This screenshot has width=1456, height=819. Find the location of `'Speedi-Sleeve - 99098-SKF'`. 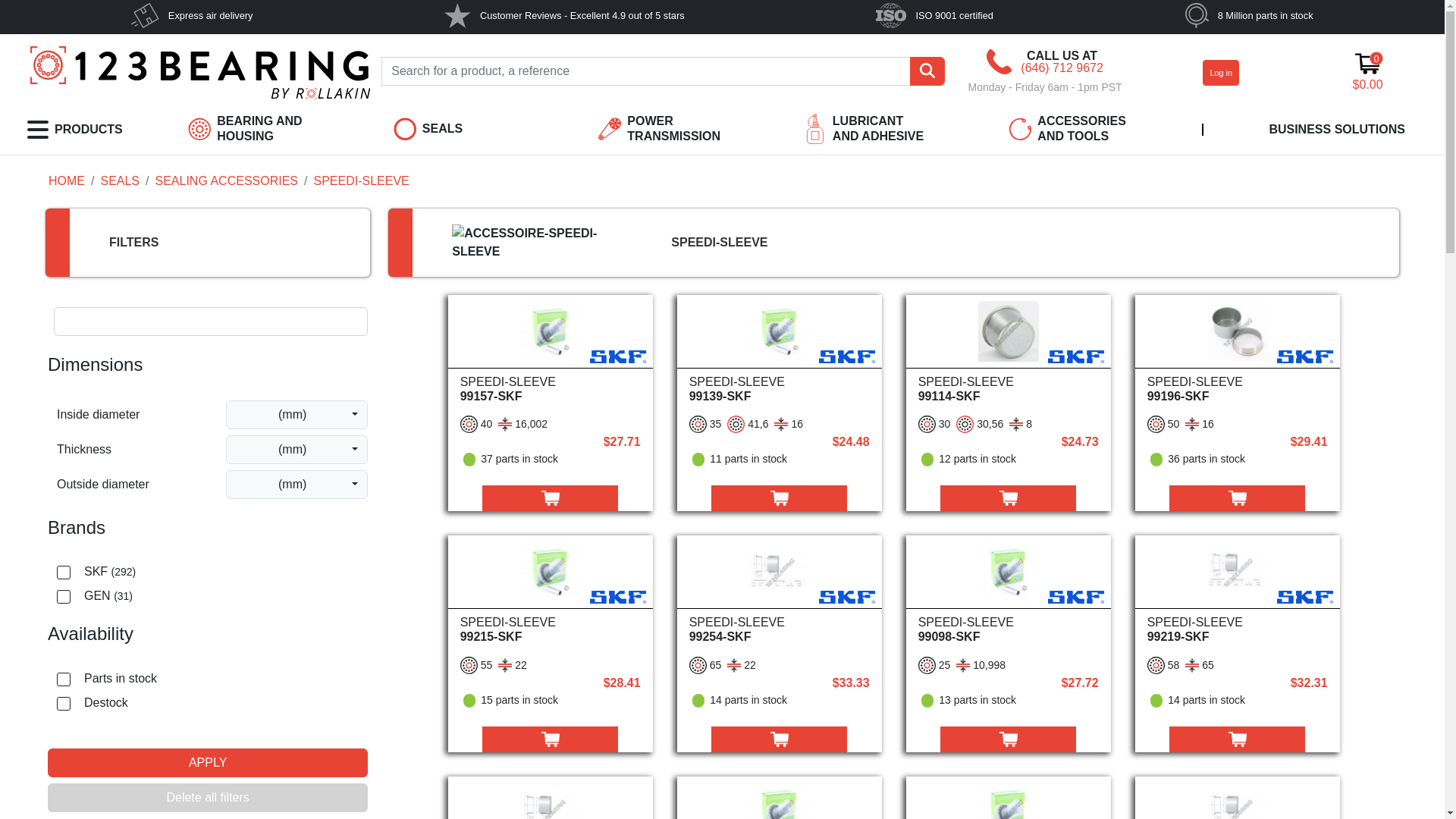

'Speedi-Sleeve - 99098-SKF' is located at coordinates (1008, 571).